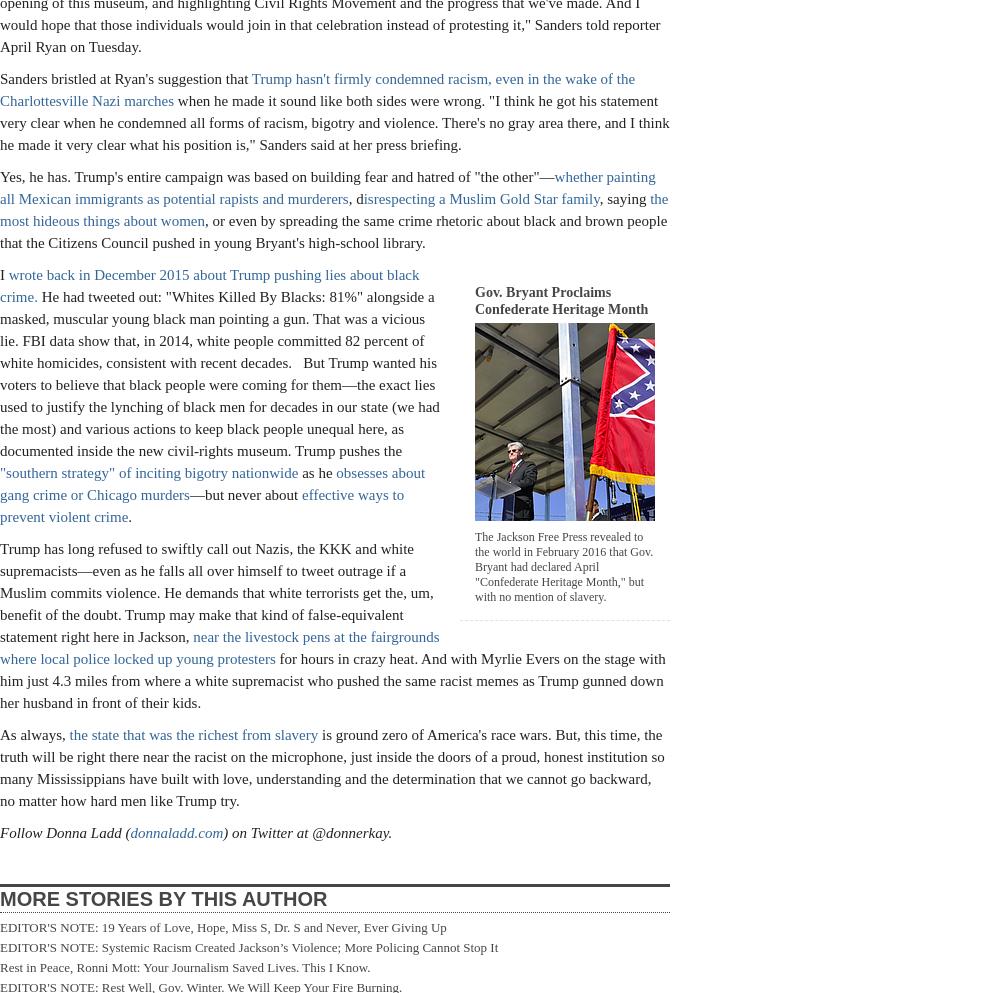  What do you see at coordinates (333, 209) in the screenshot?
I see `'the most hideous things about women'` at bounding box center [333, 209].